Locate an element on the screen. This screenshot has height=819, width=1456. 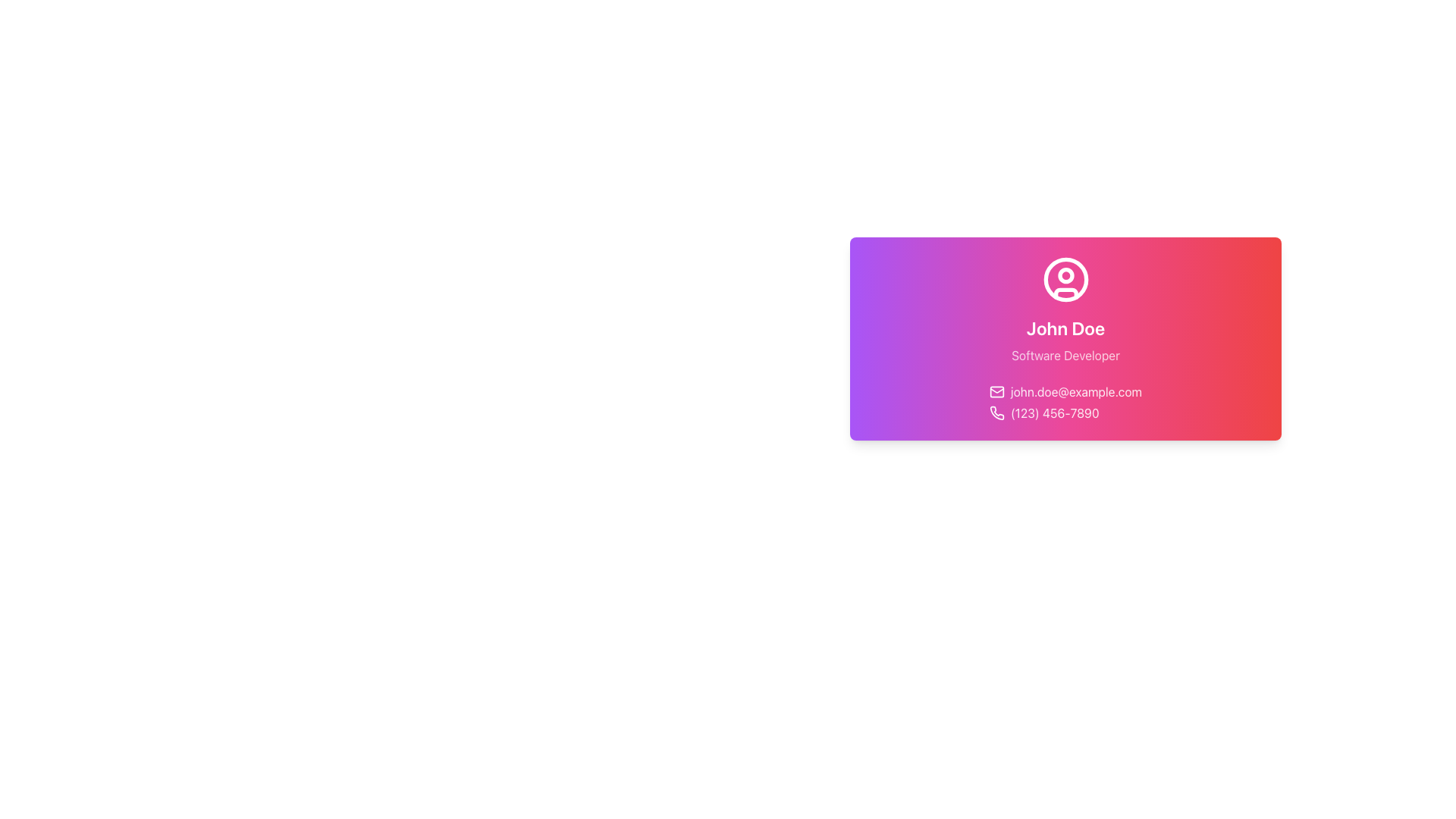
the phone icon, which is a white outline of a telephone receiver located at the bottom of the contact card, aligned with the phone number '(123) 456-7890' is located at coordinates (997, 413).